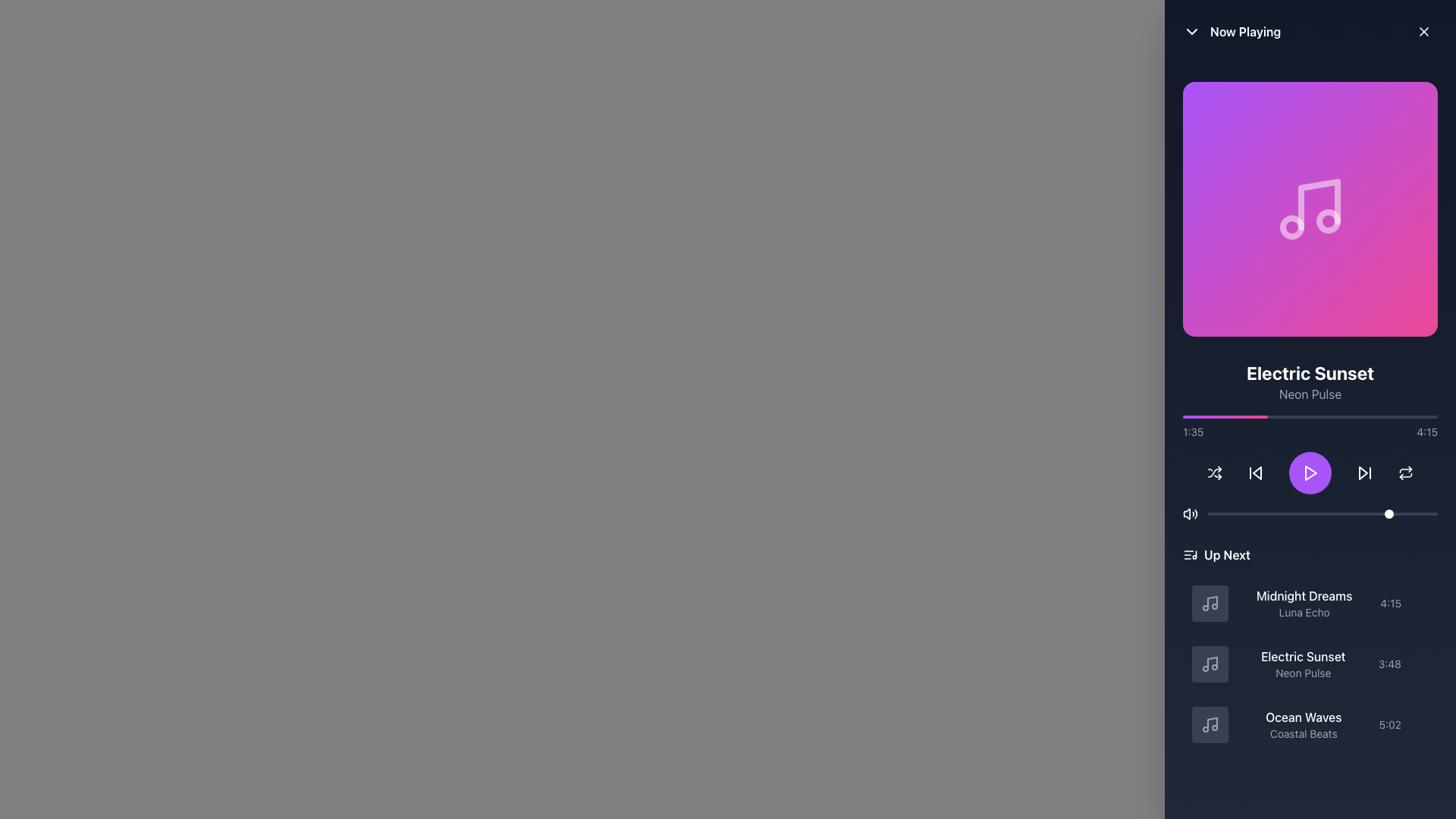  Describe the element at coordinates (1291, 227) in the screenshot. I see `the pink-filled circle icon within the SVG graphic in the 'Now Playing' section of the media player interface, which is the second circle in a sequence of three and positioned to the left of the musical note icon` at that location.